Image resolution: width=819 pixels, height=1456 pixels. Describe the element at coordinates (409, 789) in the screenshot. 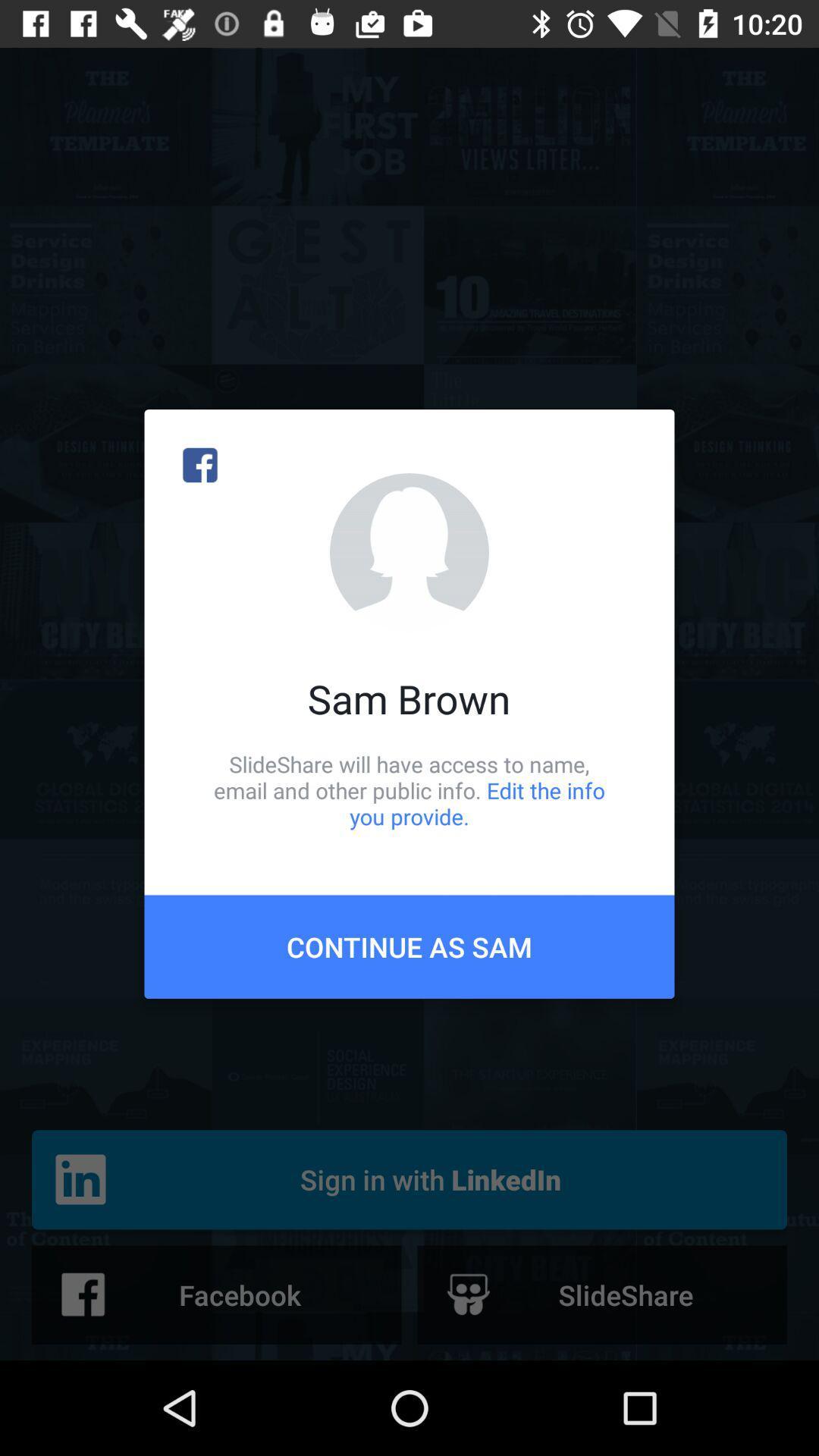

I see `icon below the sam brown item` at that location.